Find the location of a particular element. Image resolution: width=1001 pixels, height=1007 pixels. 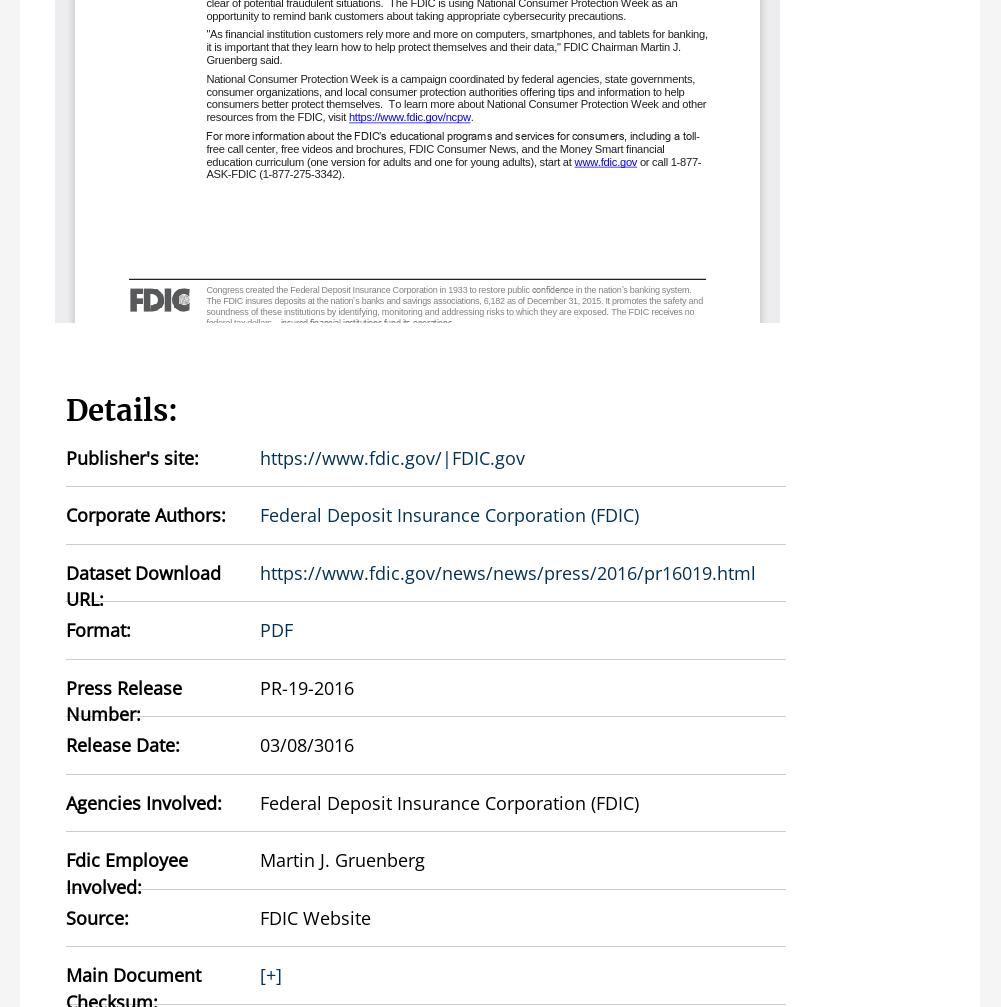

'Corporate Authors:' is located at coordinates (146, 513).